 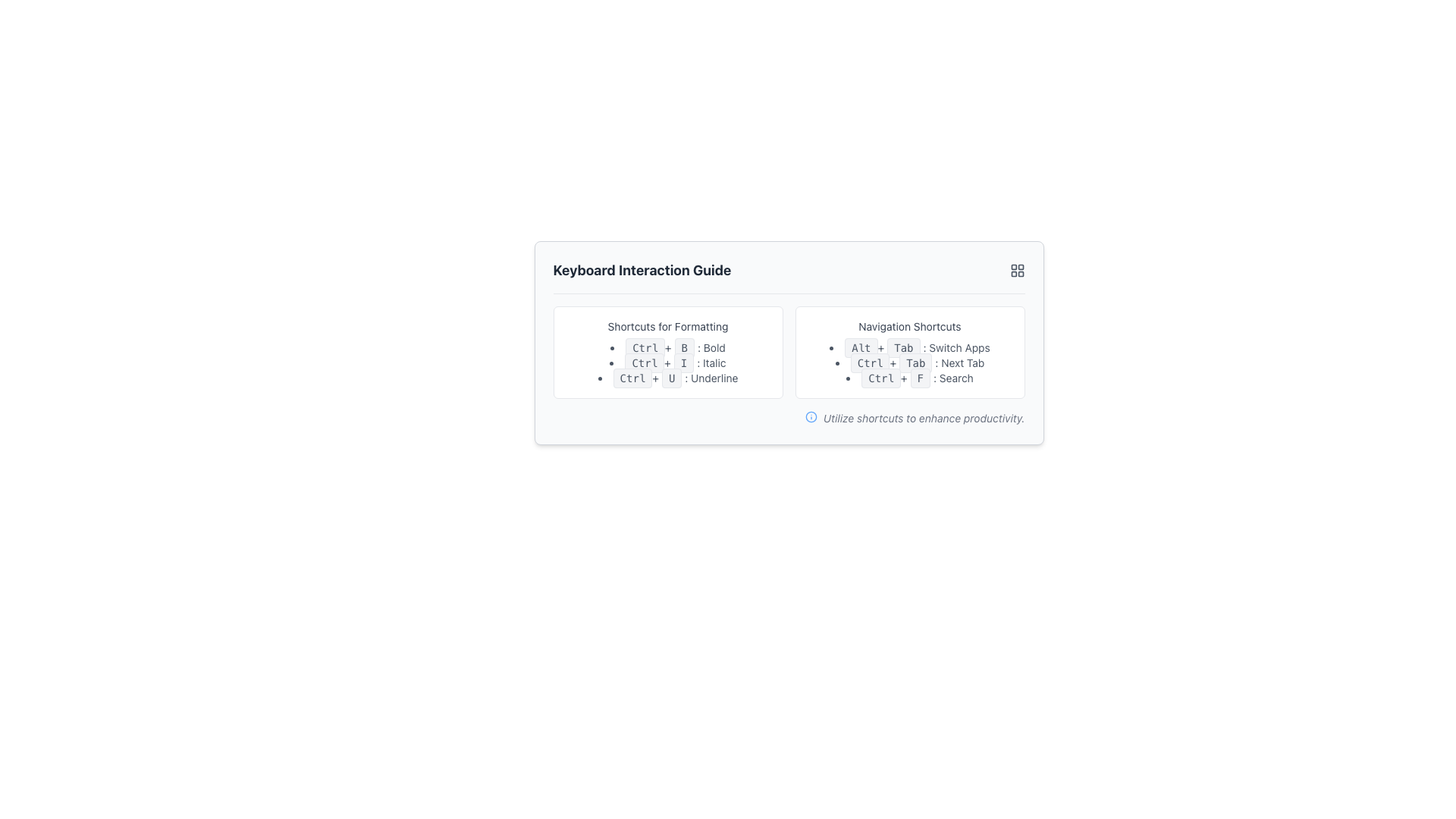 What do you see at coordinates (915, 362) in the screenshot?
I see `the 'Tab' button in the 'Navigation Shortcuts' section of the 'Keyboard Interaction Guide', which is styled as a light gray rectangular label with rounded corners` at bounding box center [915, 362].